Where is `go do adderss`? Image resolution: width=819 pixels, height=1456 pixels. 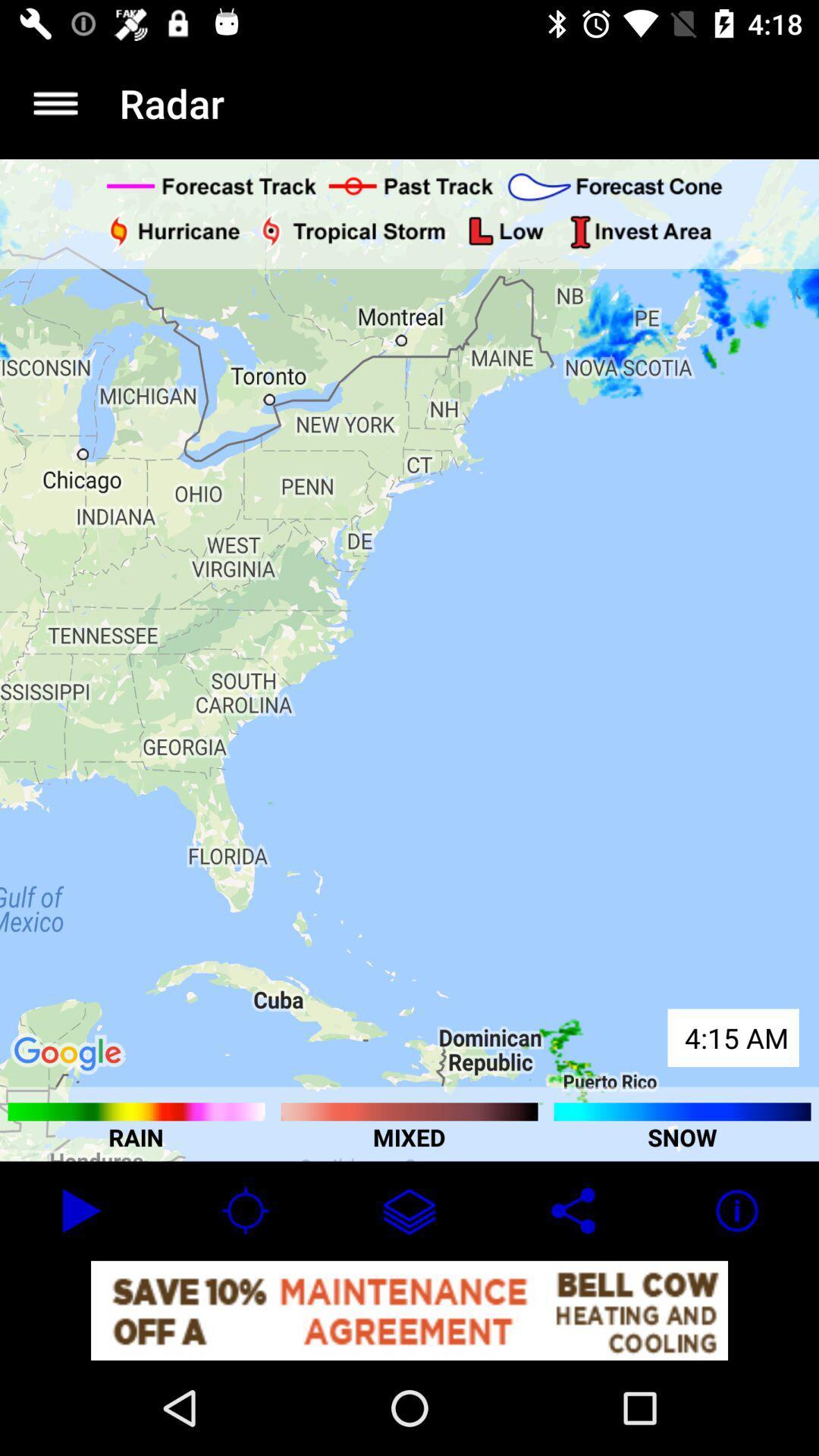
go do adderss is located at coordinates (55, 102).